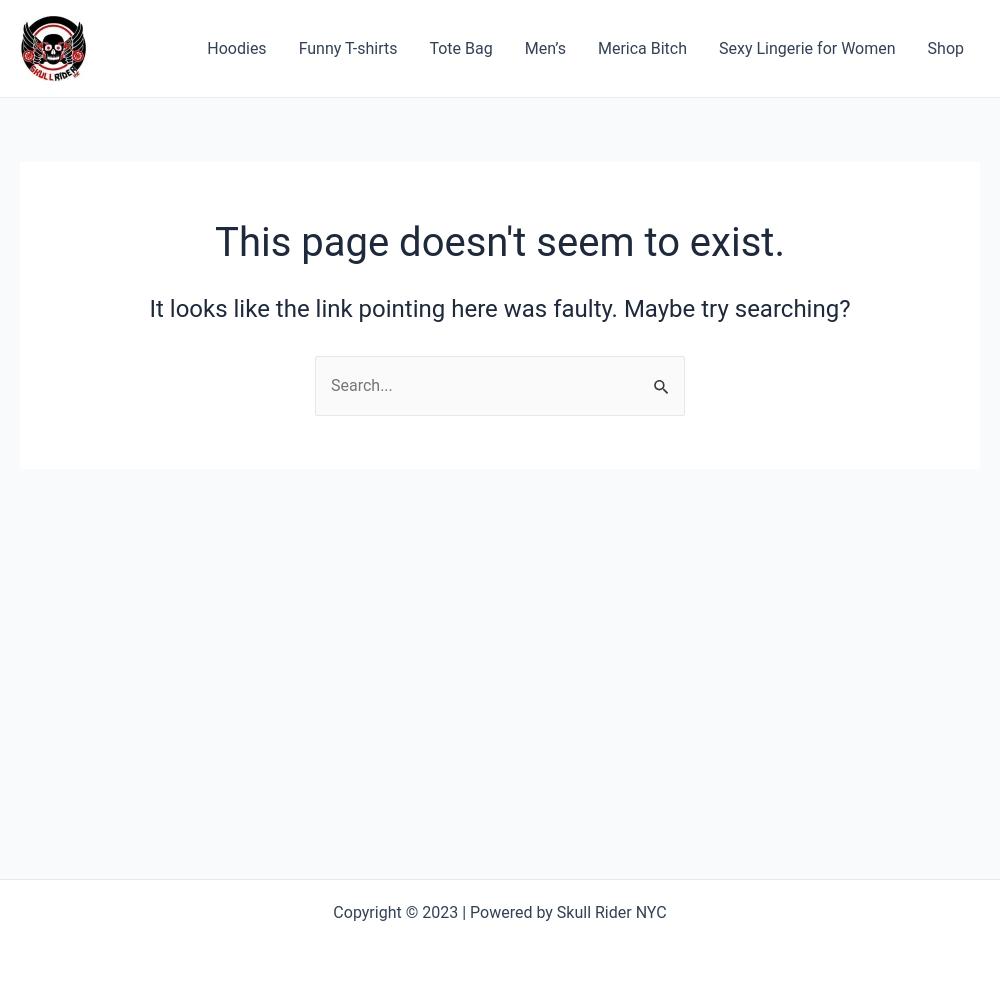  I want to click on 'Copyright © 2023  | Powered by Skull Rider NYC', so click(498, 912).